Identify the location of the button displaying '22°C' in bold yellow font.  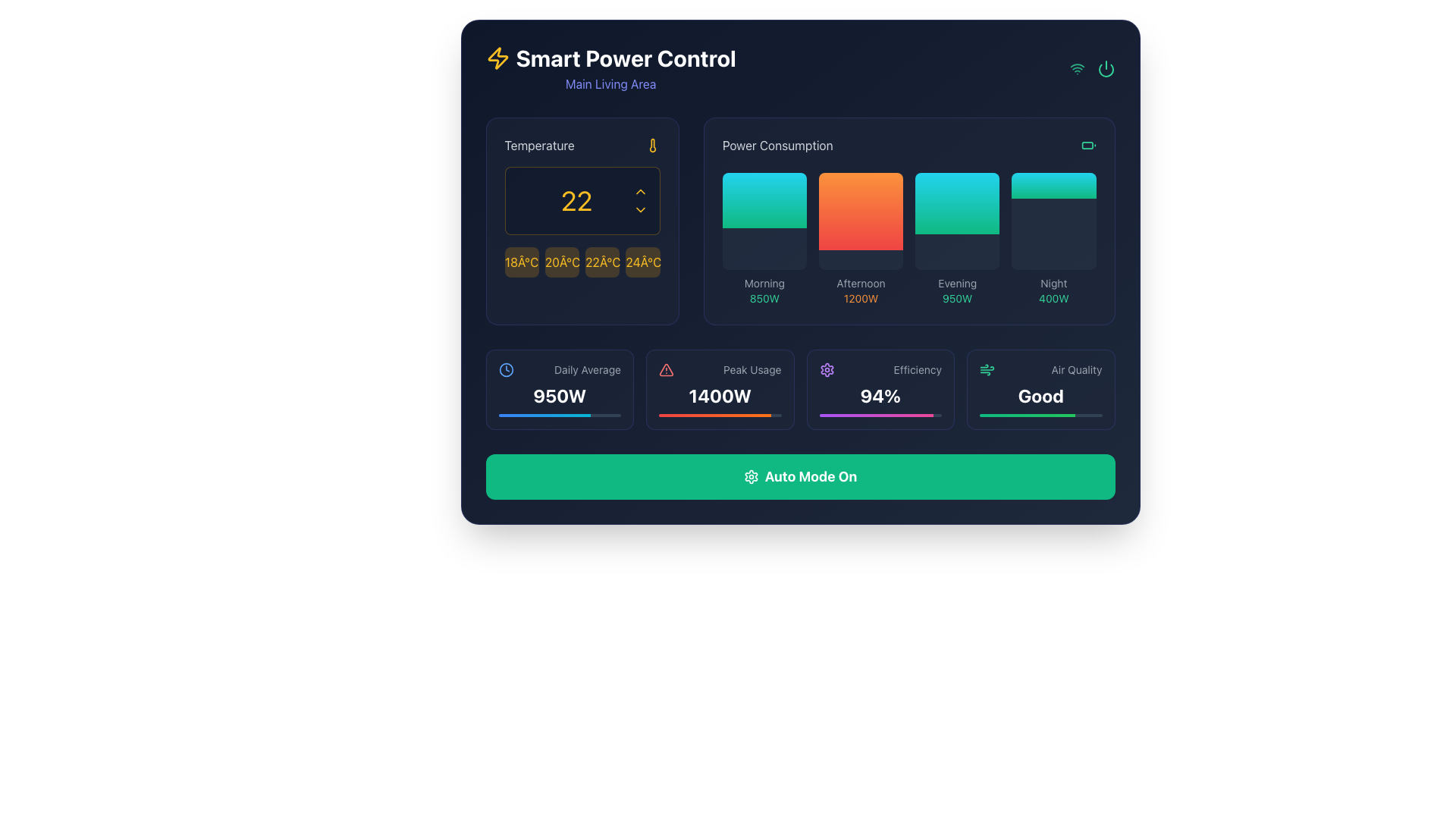
(601, 262).